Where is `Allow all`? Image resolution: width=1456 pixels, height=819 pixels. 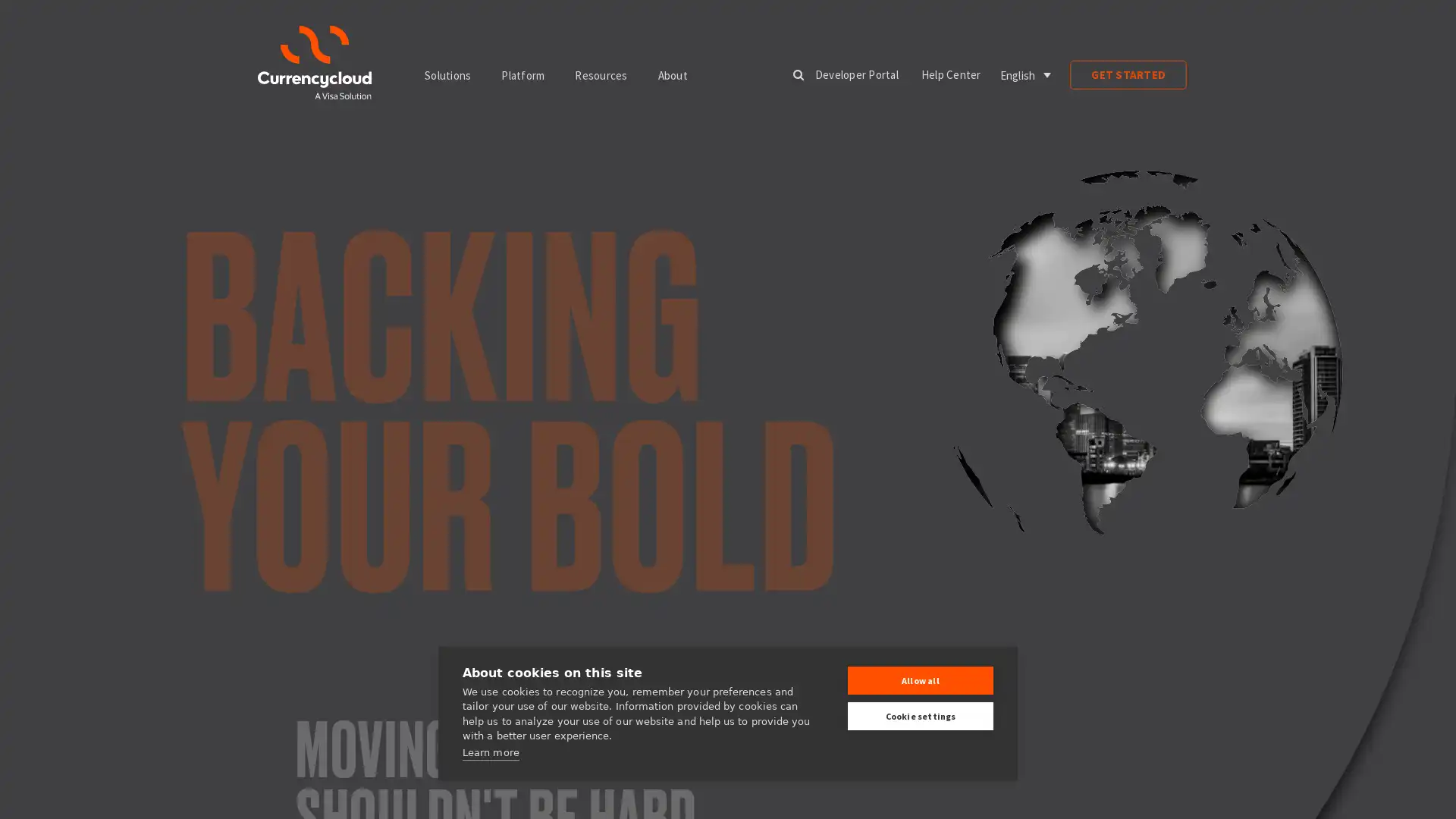
Allow all is located at coordinates (920, 679).